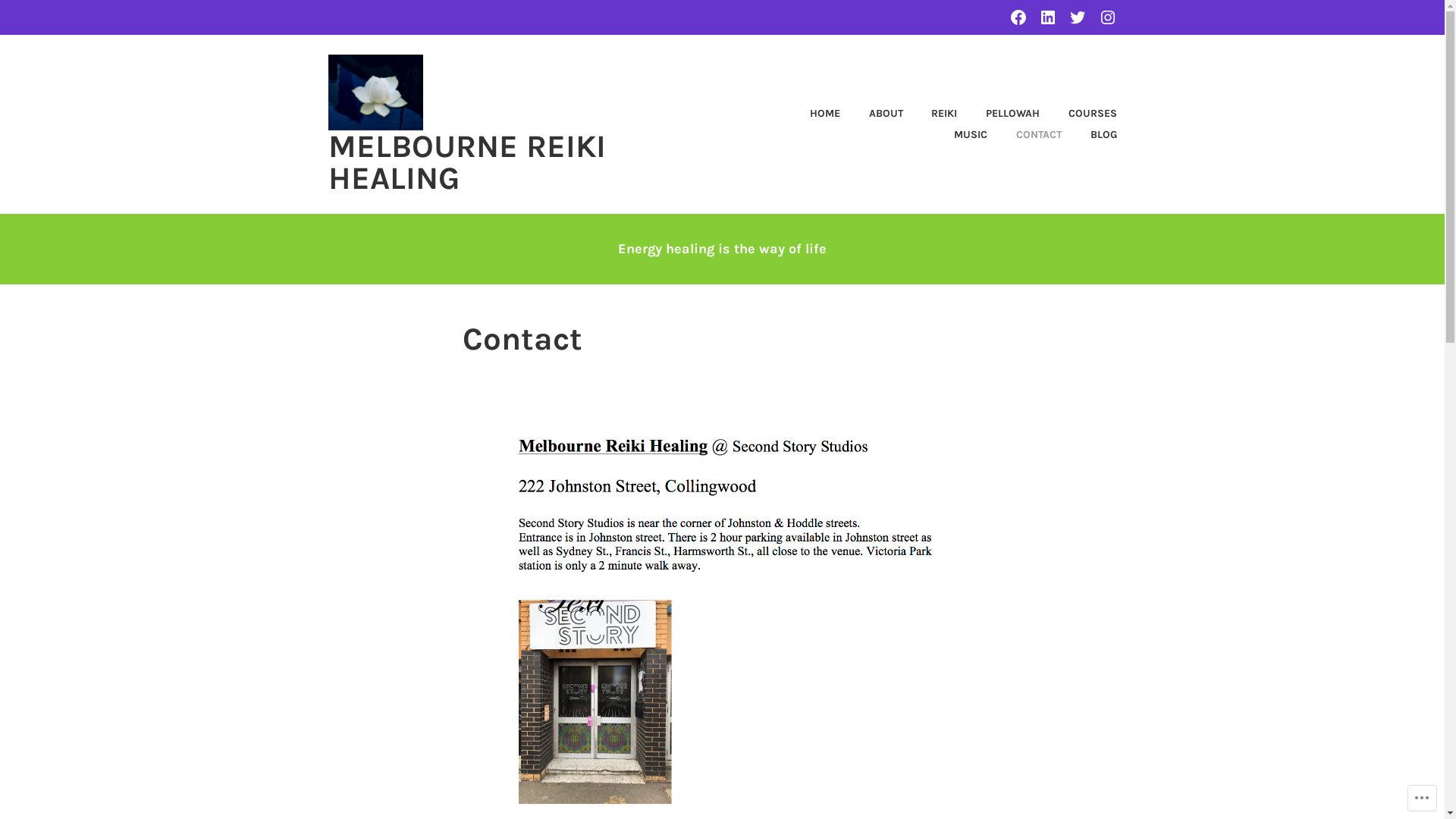 This screenshot has width=1456, height=819. What do you see at coordinates (45, 17) in the screenshot?
I see `'Search'` at bounding box center [45, 17].